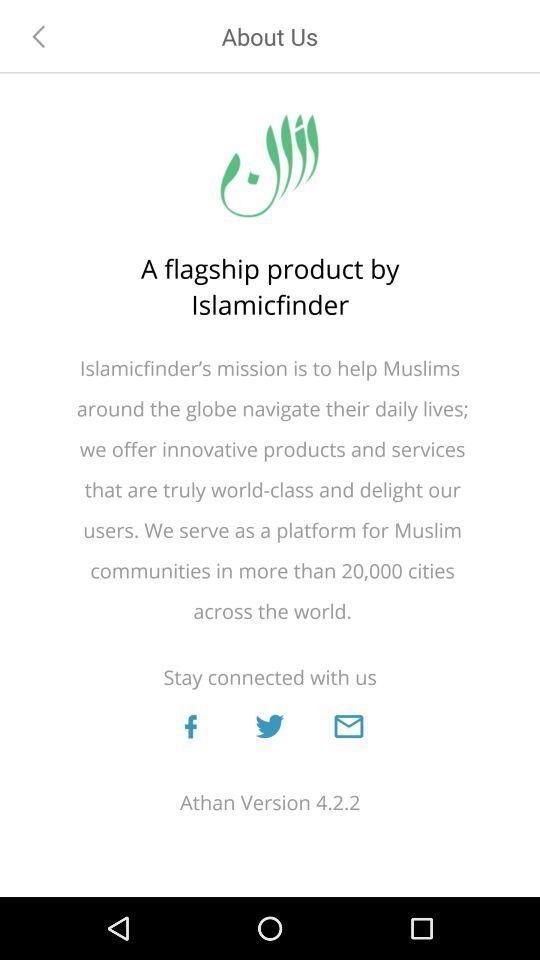 The image size is (540, 960). What do you see at coordinates (347, 725) in the screenshot?
I see `email us` at bounding box center [347, 725].